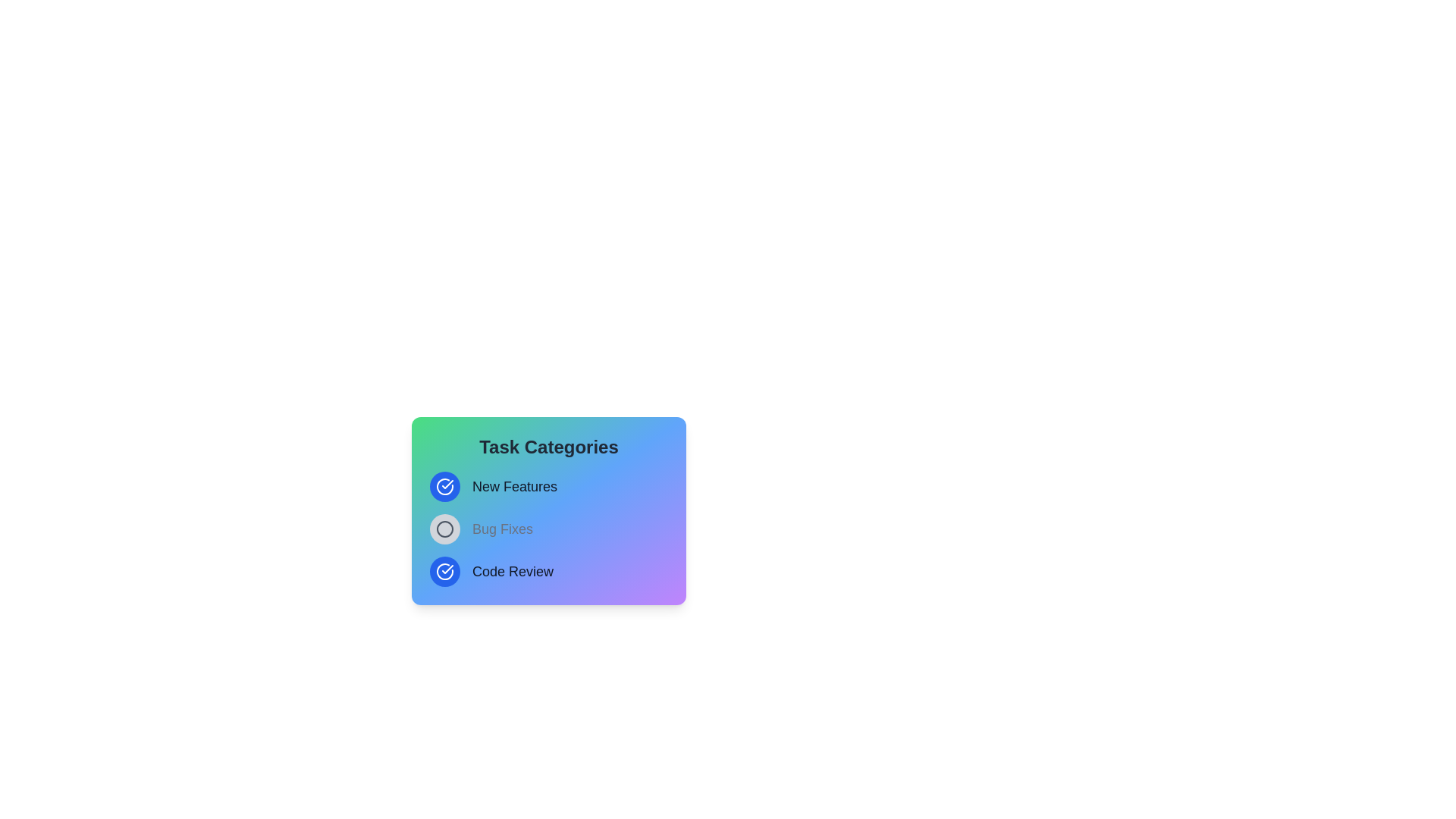  I want to click on the checklist item labeled Bug Fixes, so click(444, 529).